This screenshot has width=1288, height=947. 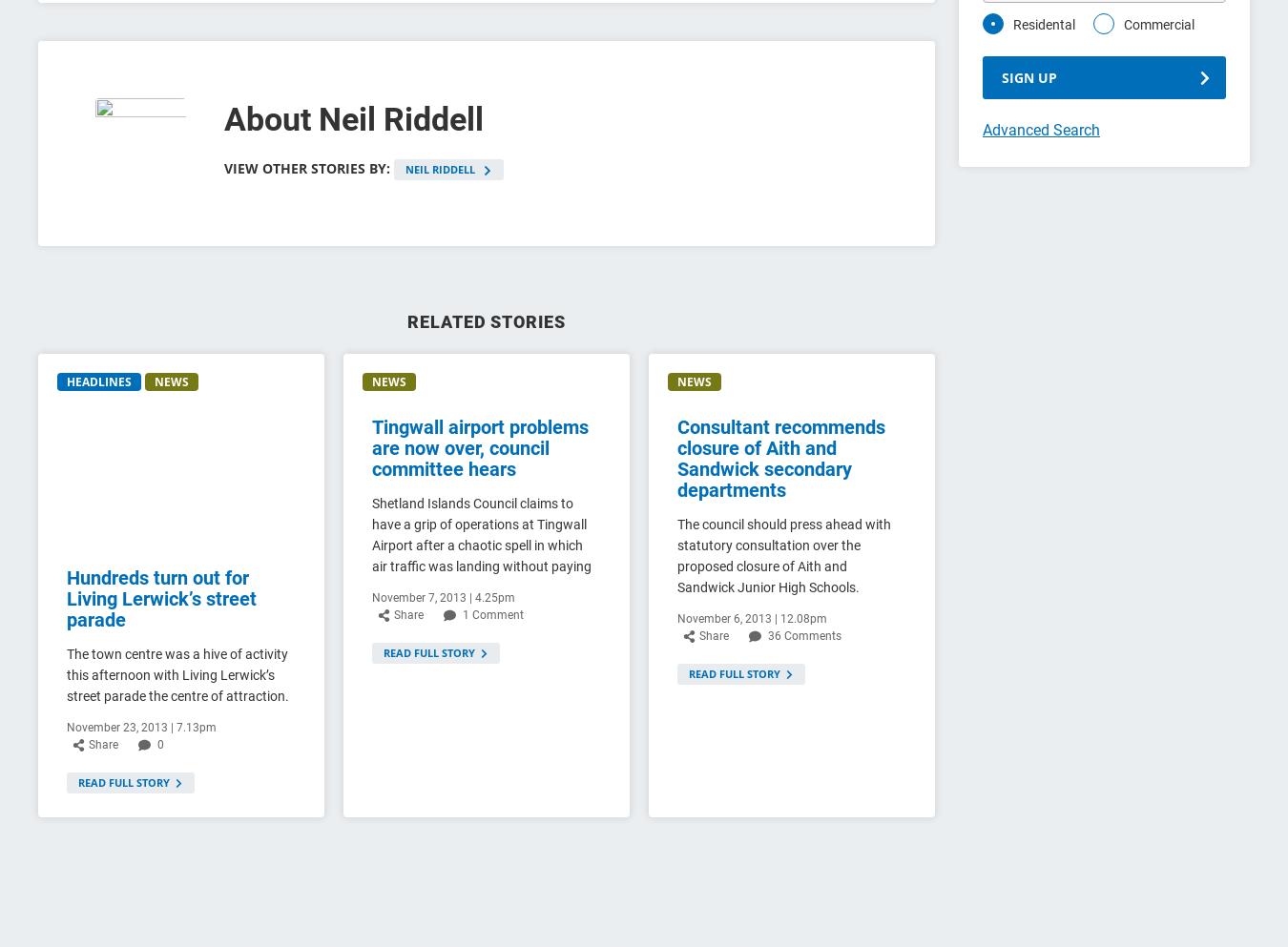 What do you see at coordinates (485, 320) in the screenshot?
I see `'RELATED STORIES'` at bounding box center [485, 320].